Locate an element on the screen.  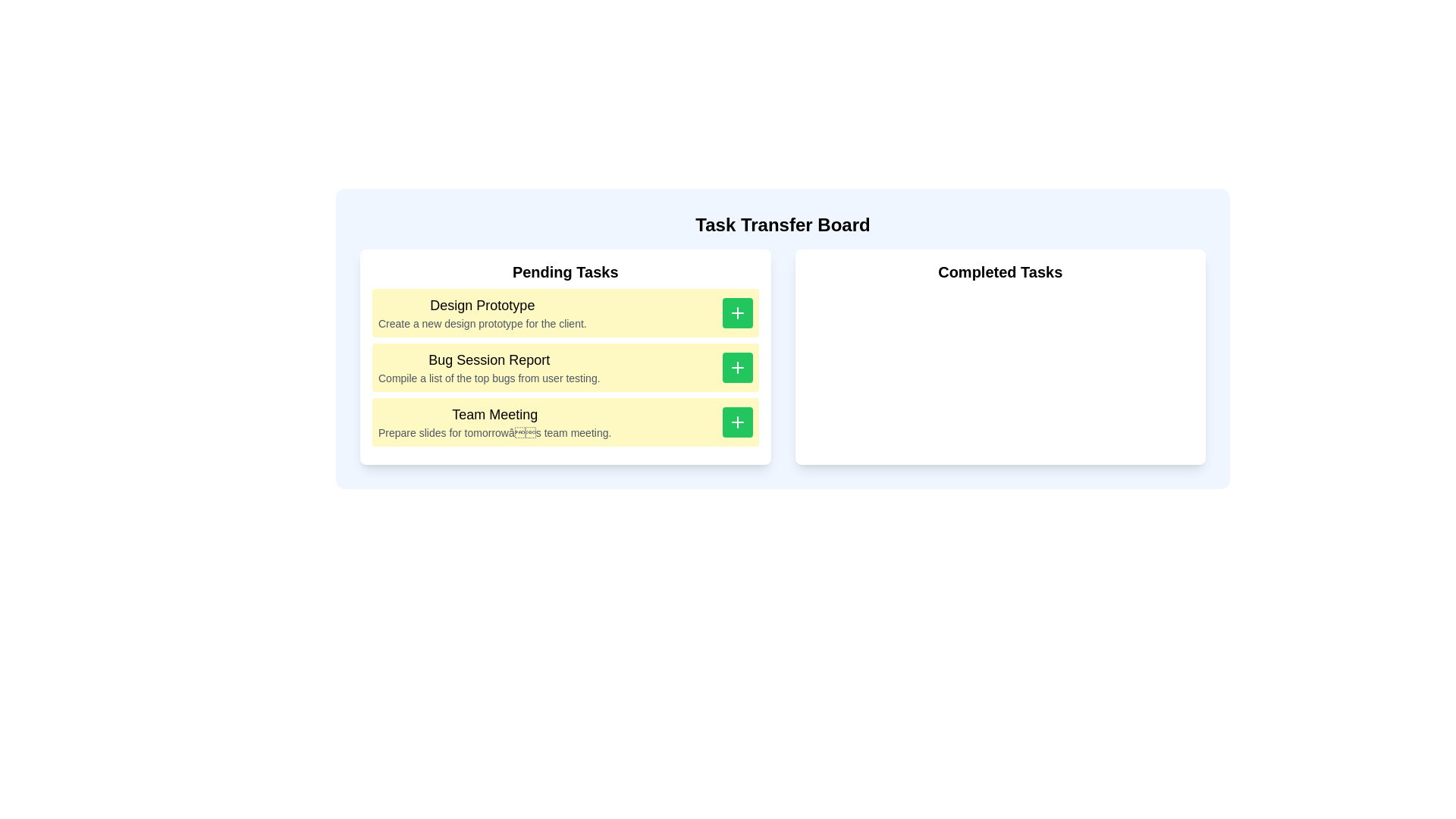
'+' button for the task 'Bug Session Report' to move it to 'Completed Tasks' is located at coordinates (737, 368).